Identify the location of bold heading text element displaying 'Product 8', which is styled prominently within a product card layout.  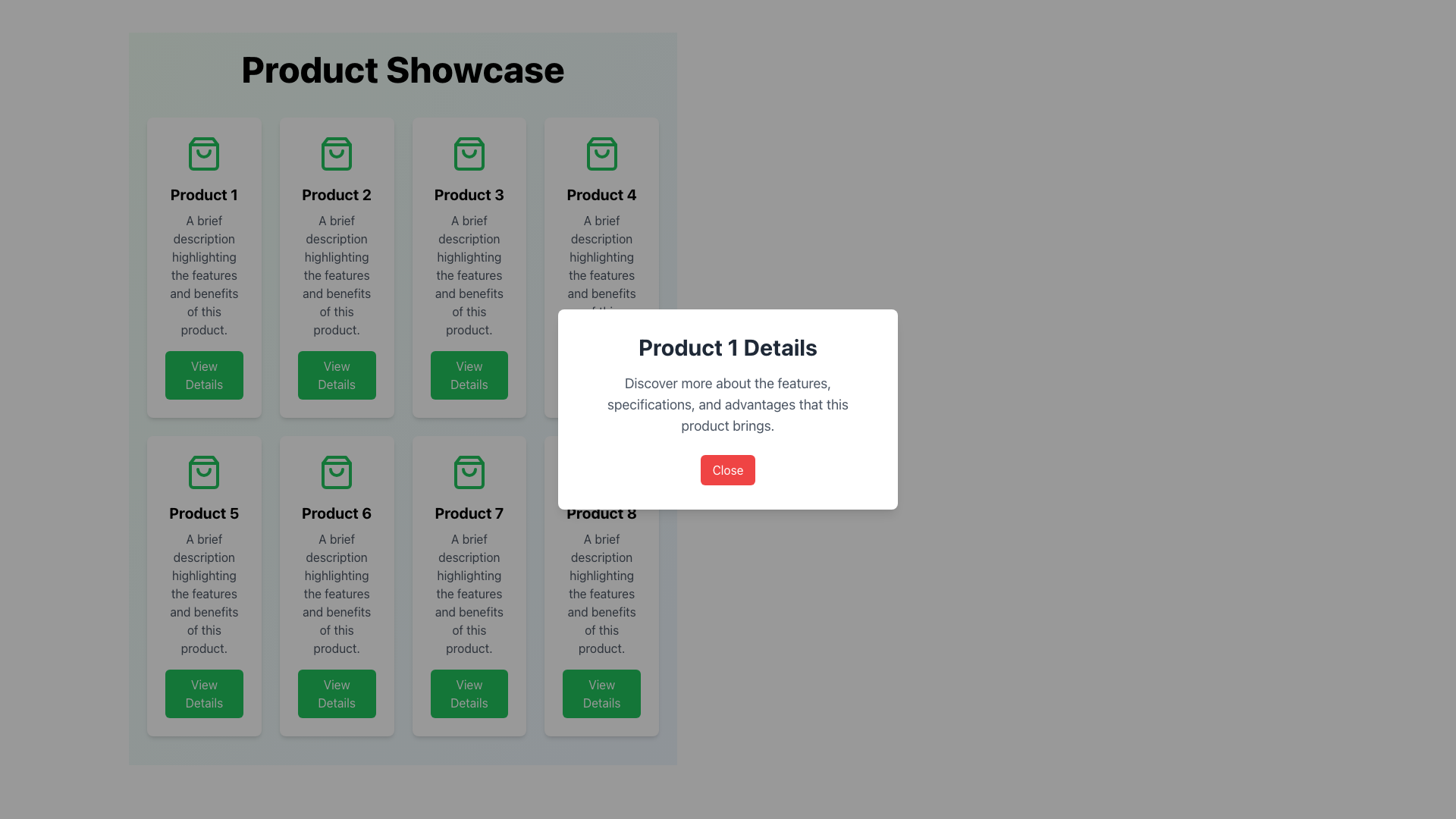
(601, 513).